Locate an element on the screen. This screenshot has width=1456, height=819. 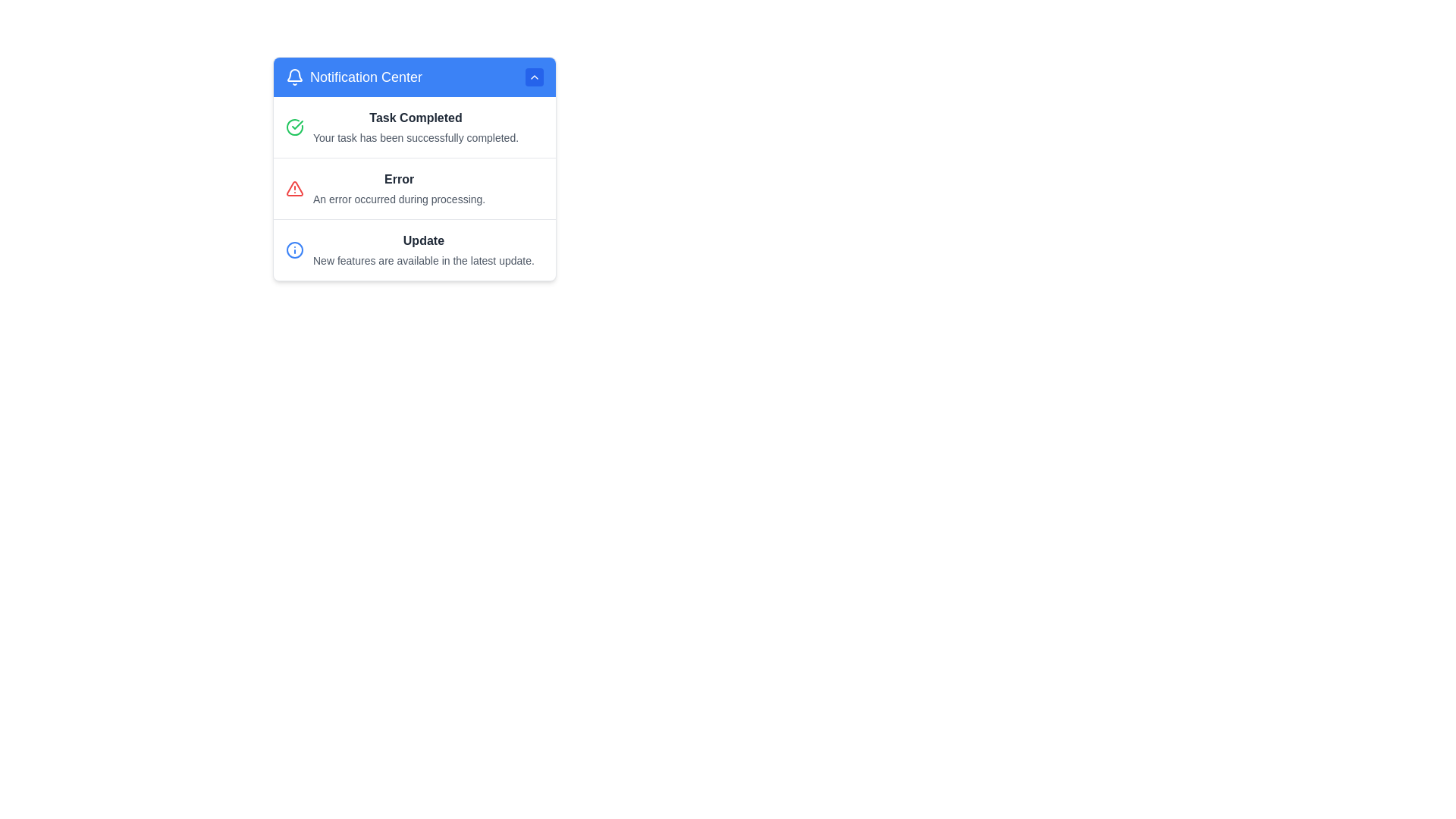
the Text Label that serves as the title for the notification center, located in the blue header bar to the right of the bell icon is located at coordinates (366, 77).